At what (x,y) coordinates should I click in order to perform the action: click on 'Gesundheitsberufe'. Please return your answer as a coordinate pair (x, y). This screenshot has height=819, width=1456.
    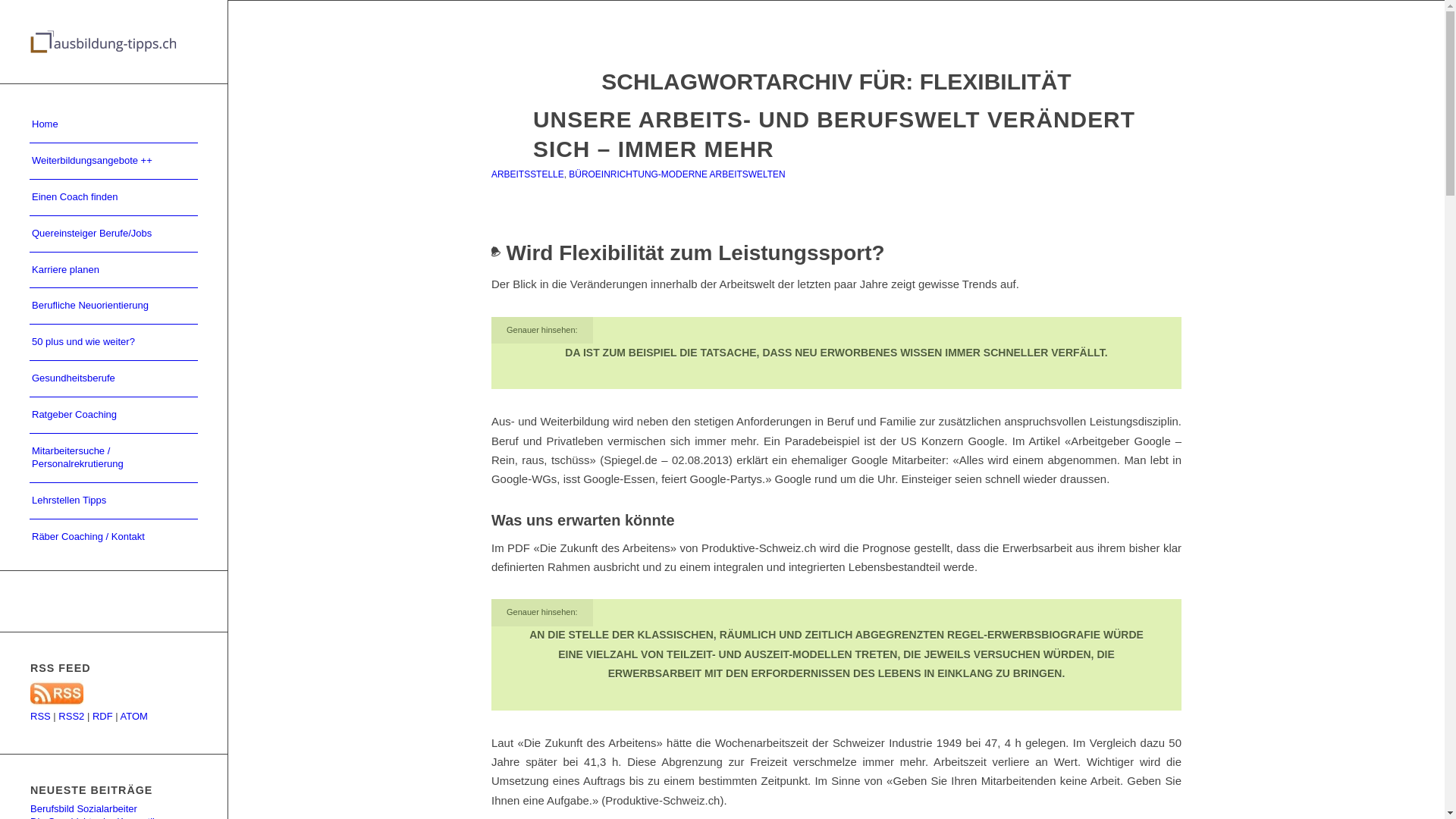
    Looking at the image, I should click on (112, 378).